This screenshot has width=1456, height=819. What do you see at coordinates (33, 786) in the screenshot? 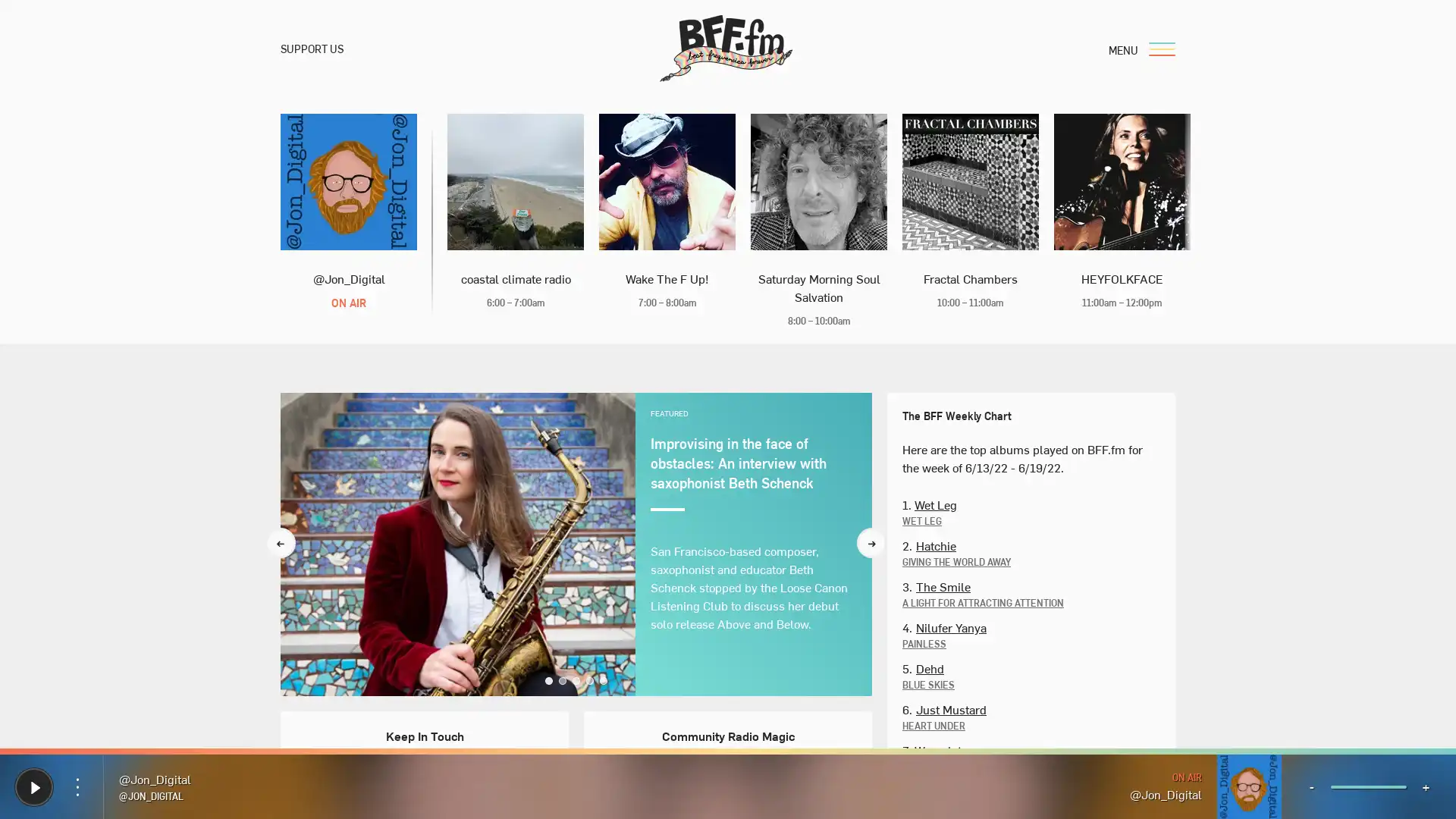
I see `Play` at bounding box center [33, 786].